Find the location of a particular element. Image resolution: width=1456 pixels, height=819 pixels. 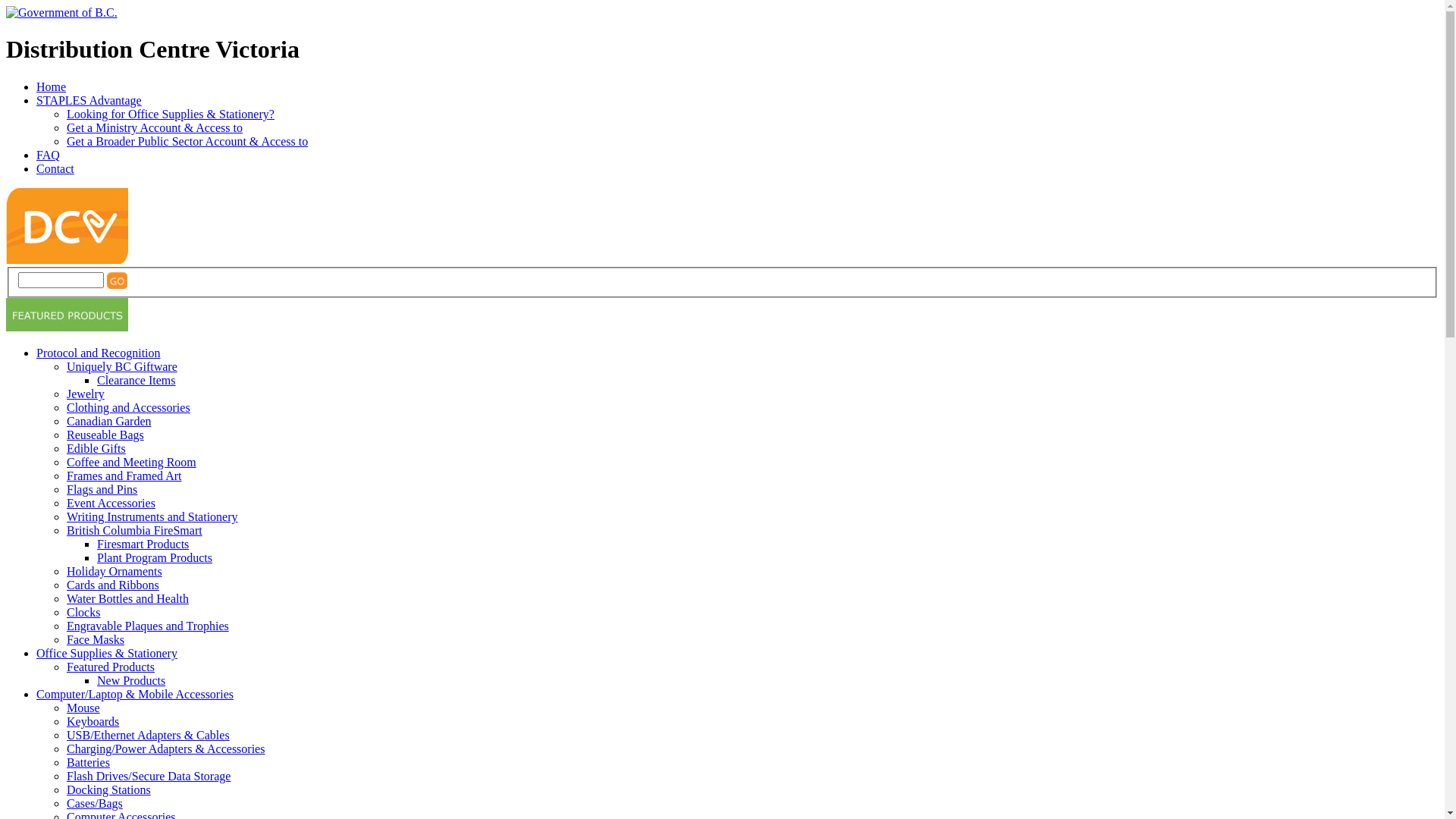

'Reuseable Bags' is located at coordinates (105, 435).